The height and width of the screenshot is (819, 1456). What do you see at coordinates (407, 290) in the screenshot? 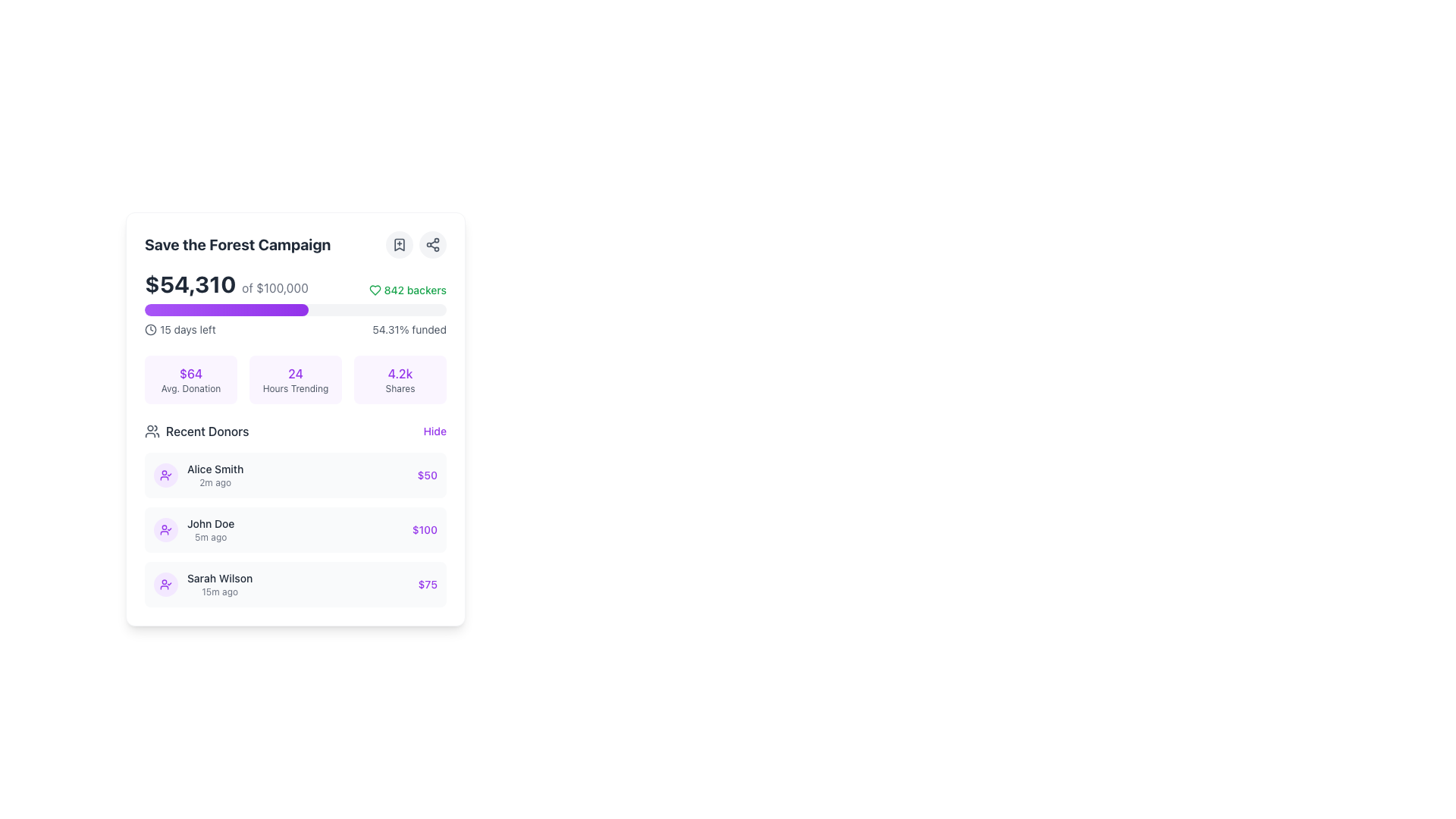
I see `text of the backers count label located in the top-right section of the 'Save the Forest Campaign' card, adjacent to the funding display` at bounding box center [407, 290].